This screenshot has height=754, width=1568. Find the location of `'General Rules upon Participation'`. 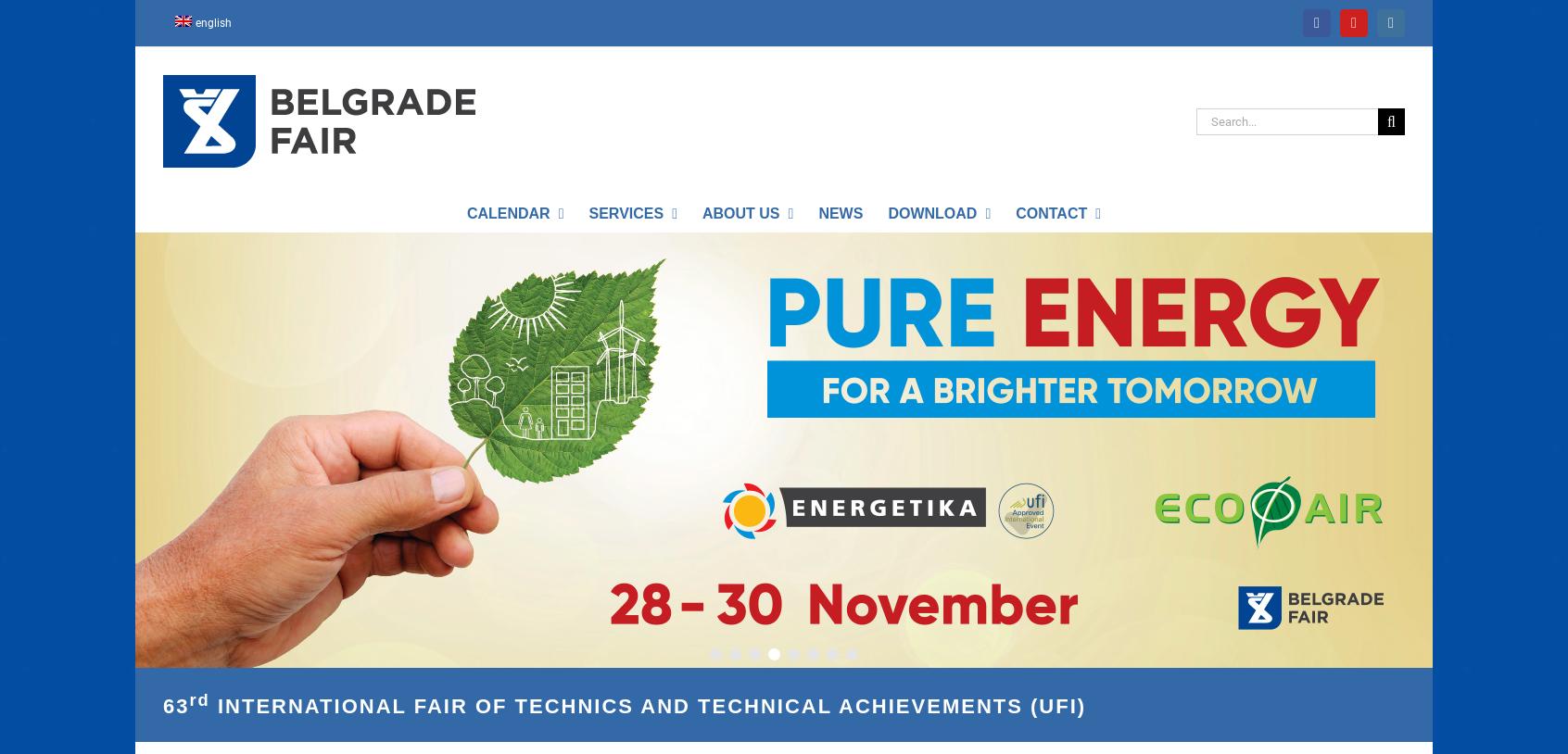

'General Rules upon Participation' is located at coordinates (987, 283).